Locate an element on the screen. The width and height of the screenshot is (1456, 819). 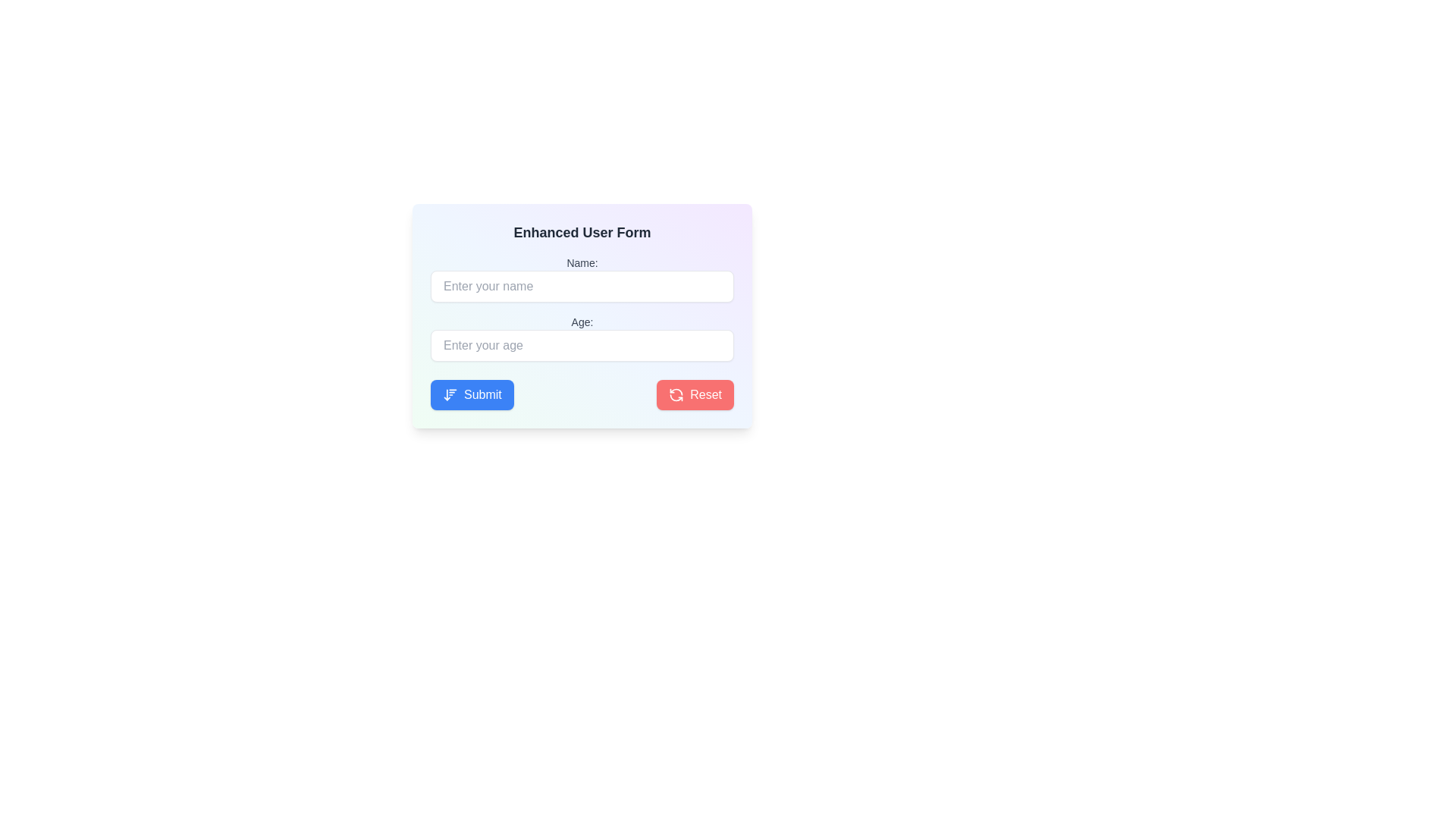
the numeric input field for age to focus on it is located at coordinates (582, 337).